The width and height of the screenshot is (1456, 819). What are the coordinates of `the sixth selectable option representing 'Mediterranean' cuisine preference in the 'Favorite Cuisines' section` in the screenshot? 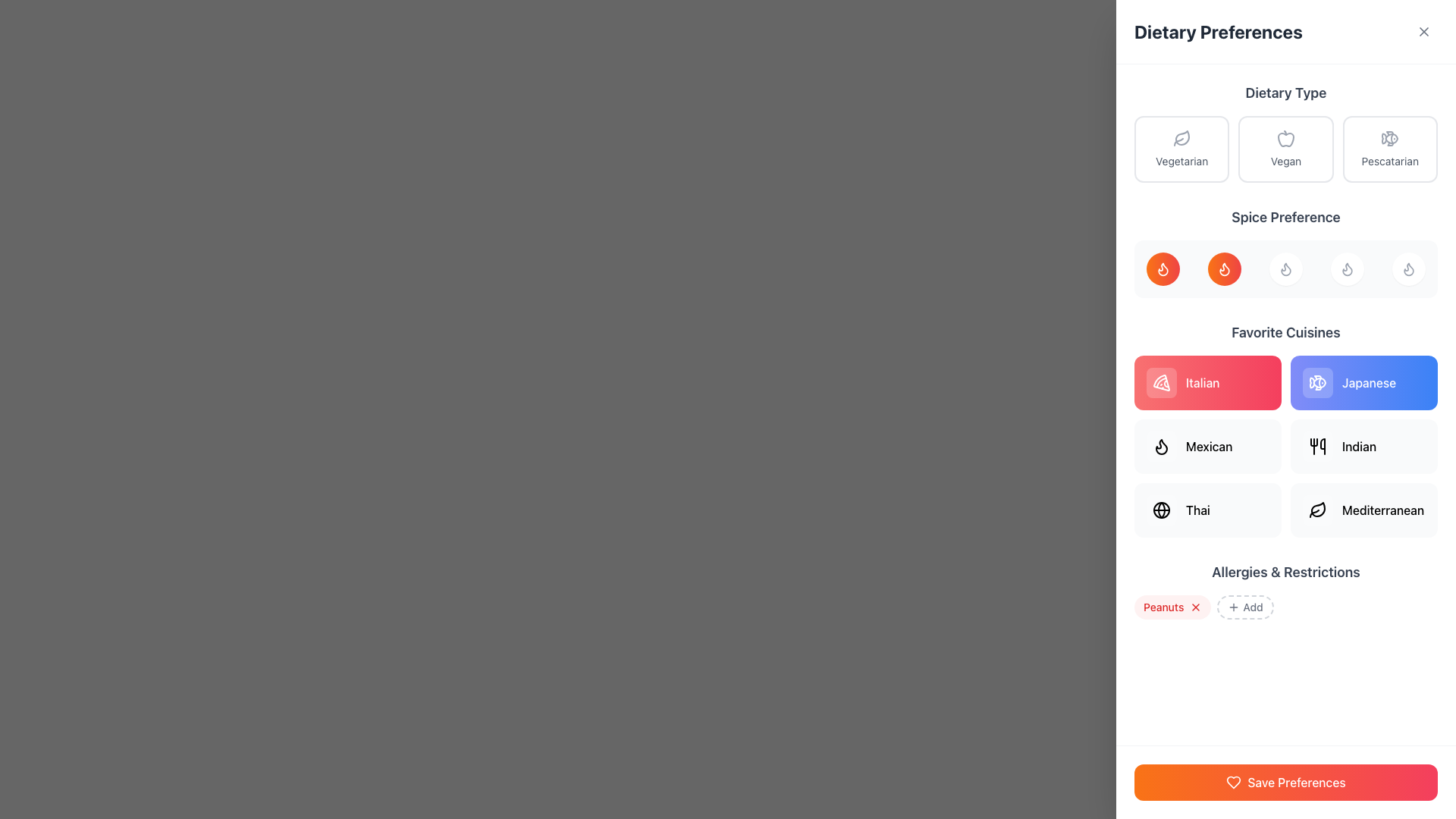 It's located at (1364, 510).